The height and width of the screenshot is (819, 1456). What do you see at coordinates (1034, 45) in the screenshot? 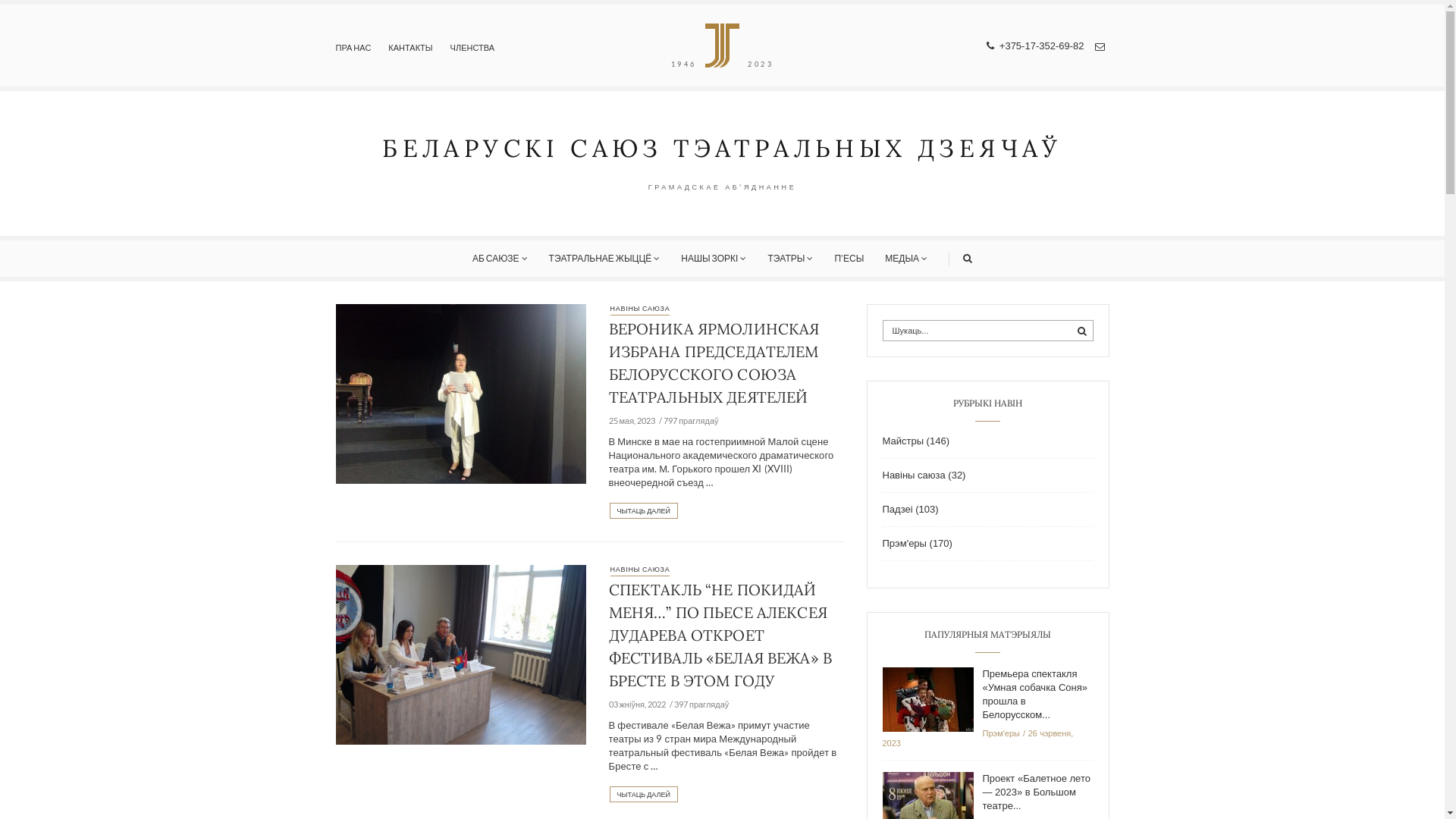
I see `'  +375-17-352-69-82'` at bounding box center [1034, 45].